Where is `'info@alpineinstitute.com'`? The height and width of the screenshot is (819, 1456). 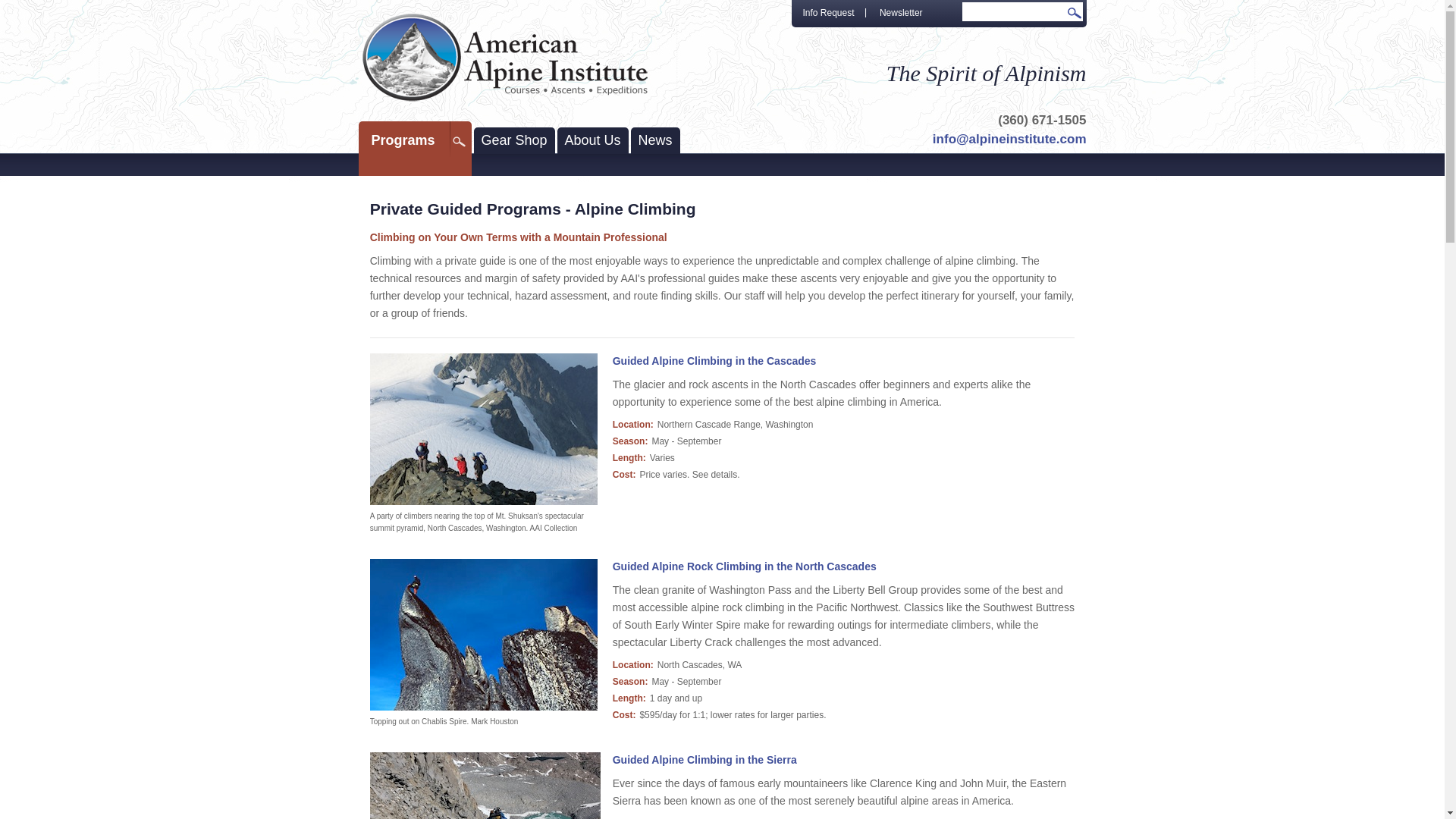 'info@alpineinstitute.com' is located at coordinates (1009, 139).